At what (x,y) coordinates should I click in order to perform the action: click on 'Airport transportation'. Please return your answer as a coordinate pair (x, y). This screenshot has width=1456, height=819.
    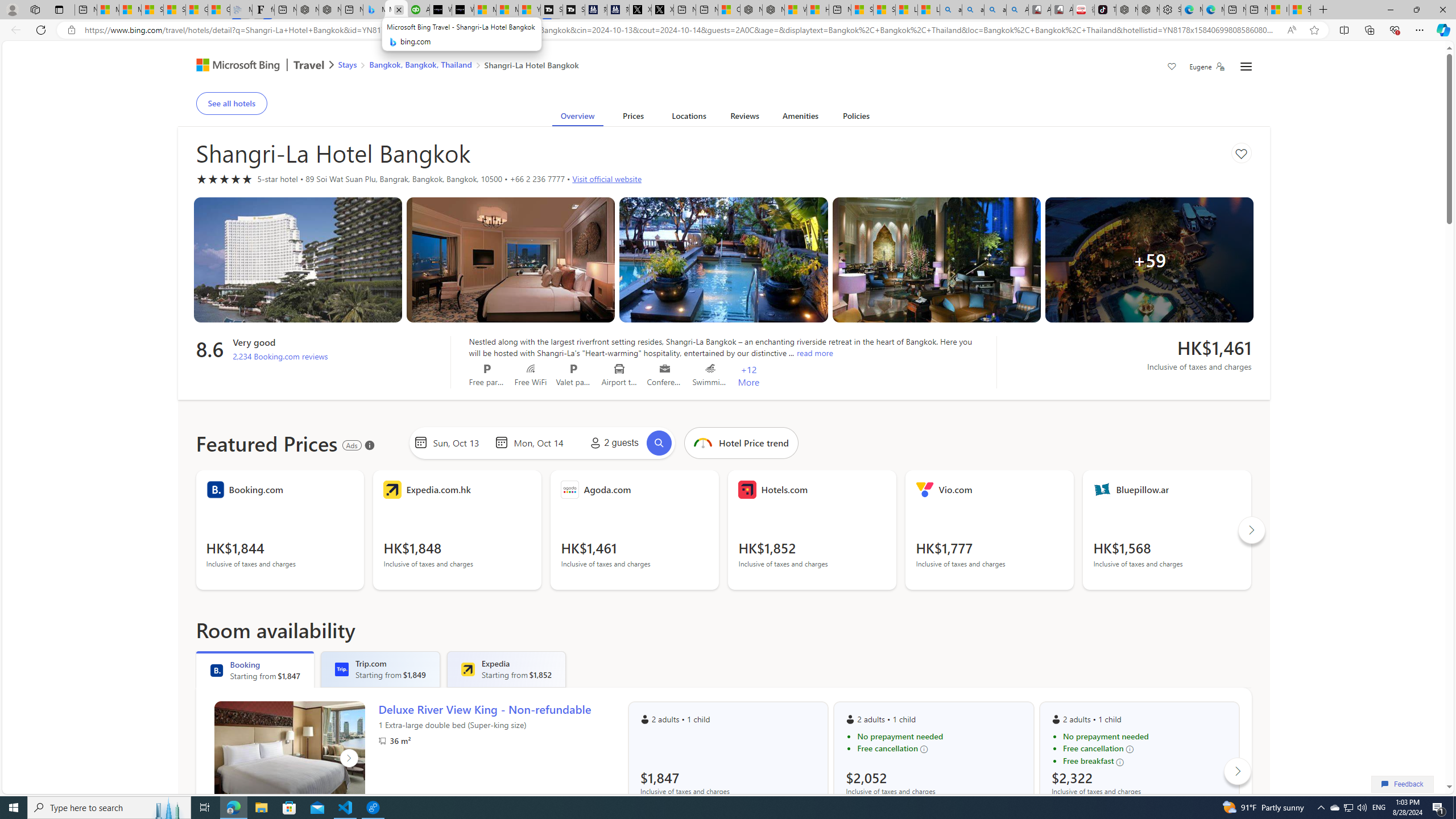
    Looking at the image, I should click on (619, 368).